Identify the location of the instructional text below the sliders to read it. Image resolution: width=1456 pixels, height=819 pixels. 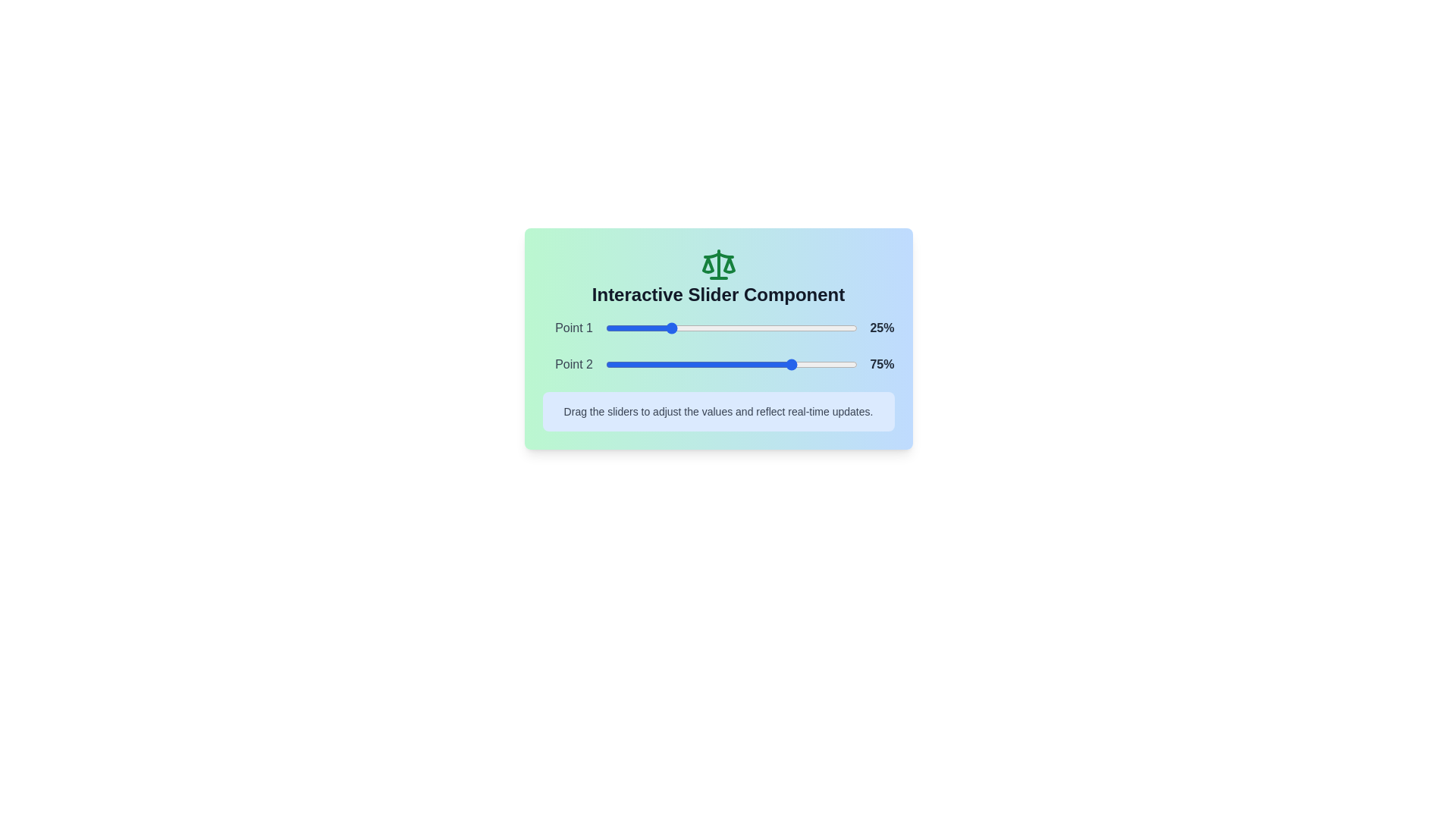
(717, 412).